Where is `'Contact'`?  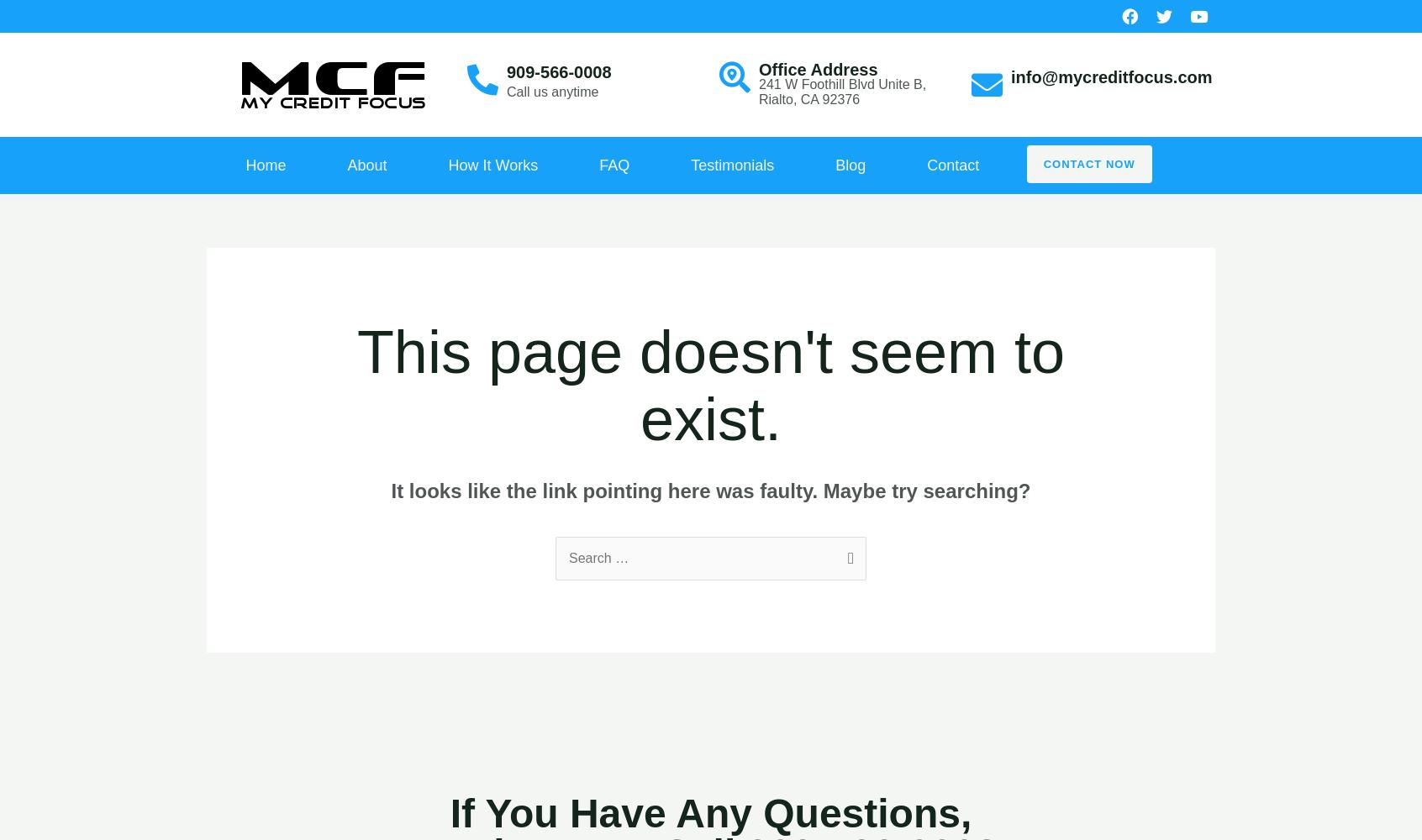 'Contact' is located at coordinates (951, 165).